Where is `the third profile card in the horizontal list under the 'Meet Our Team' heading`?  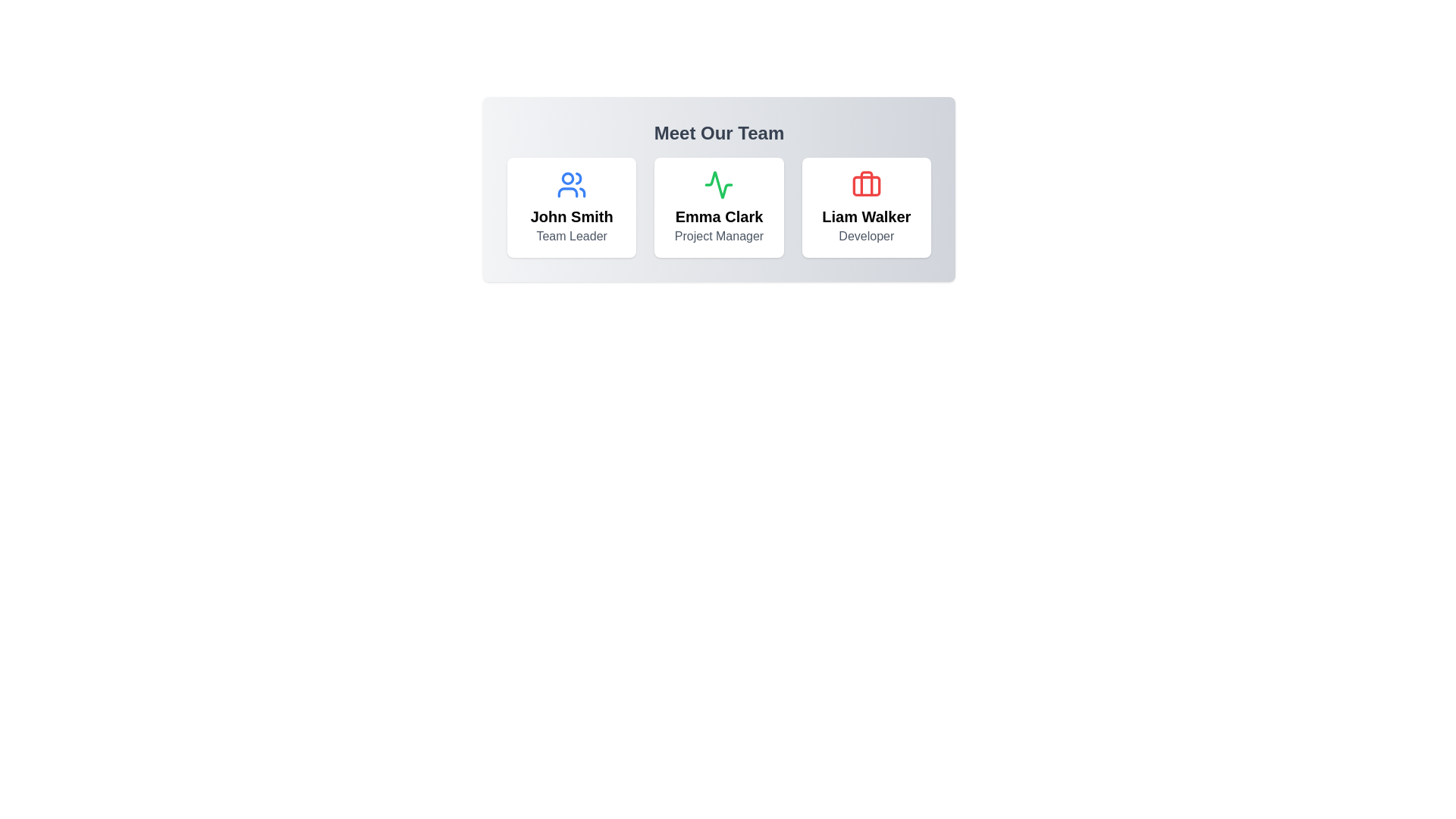 the third profile card in the horizontal list under the 'Meet Our Team' heading is located at coordinates (866, 207).